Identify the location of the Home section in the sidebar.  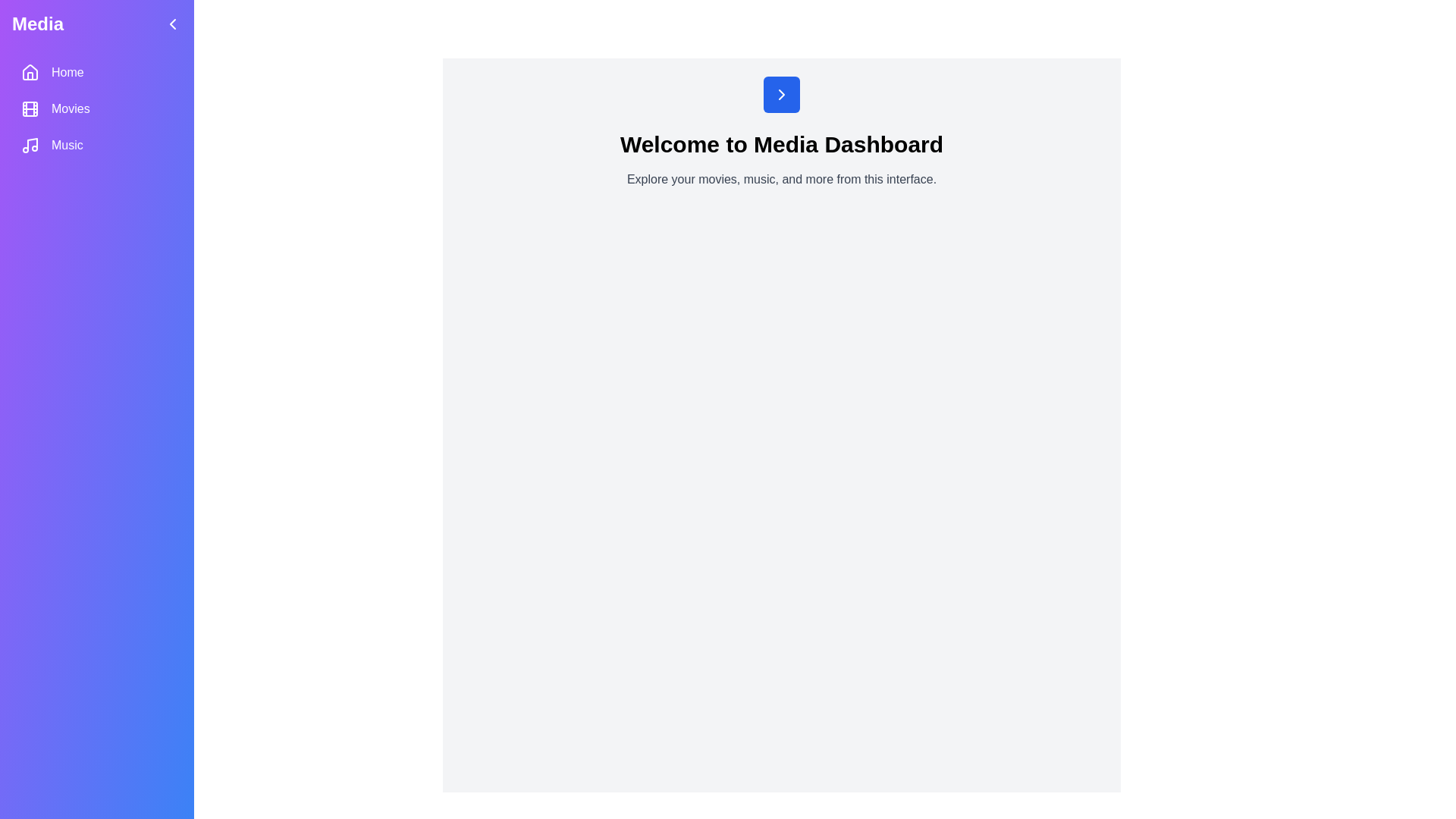
(96, 73).